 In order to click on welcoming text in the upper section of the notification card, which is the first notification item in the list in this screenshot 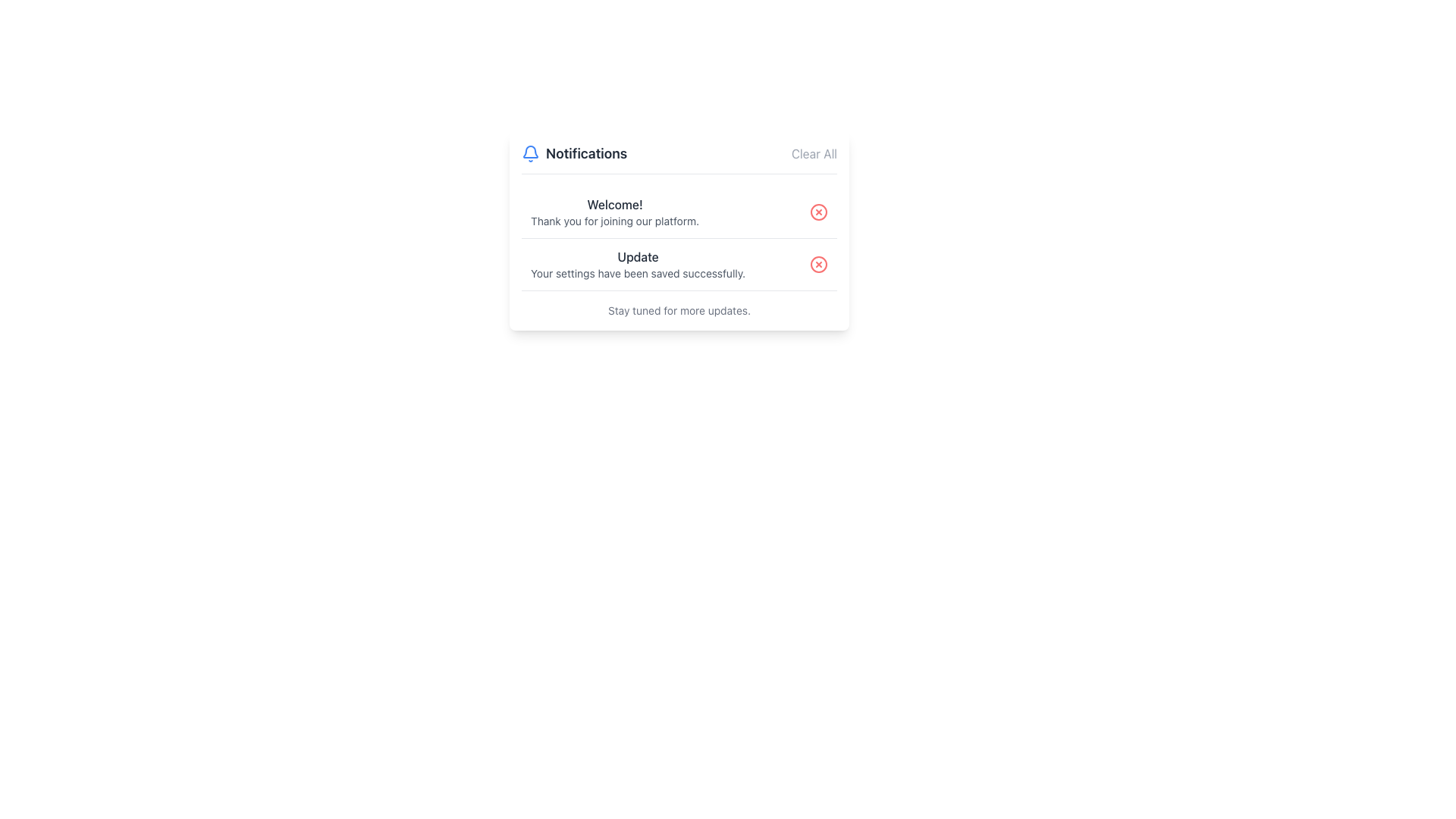, I will do `click(615, 212)`.